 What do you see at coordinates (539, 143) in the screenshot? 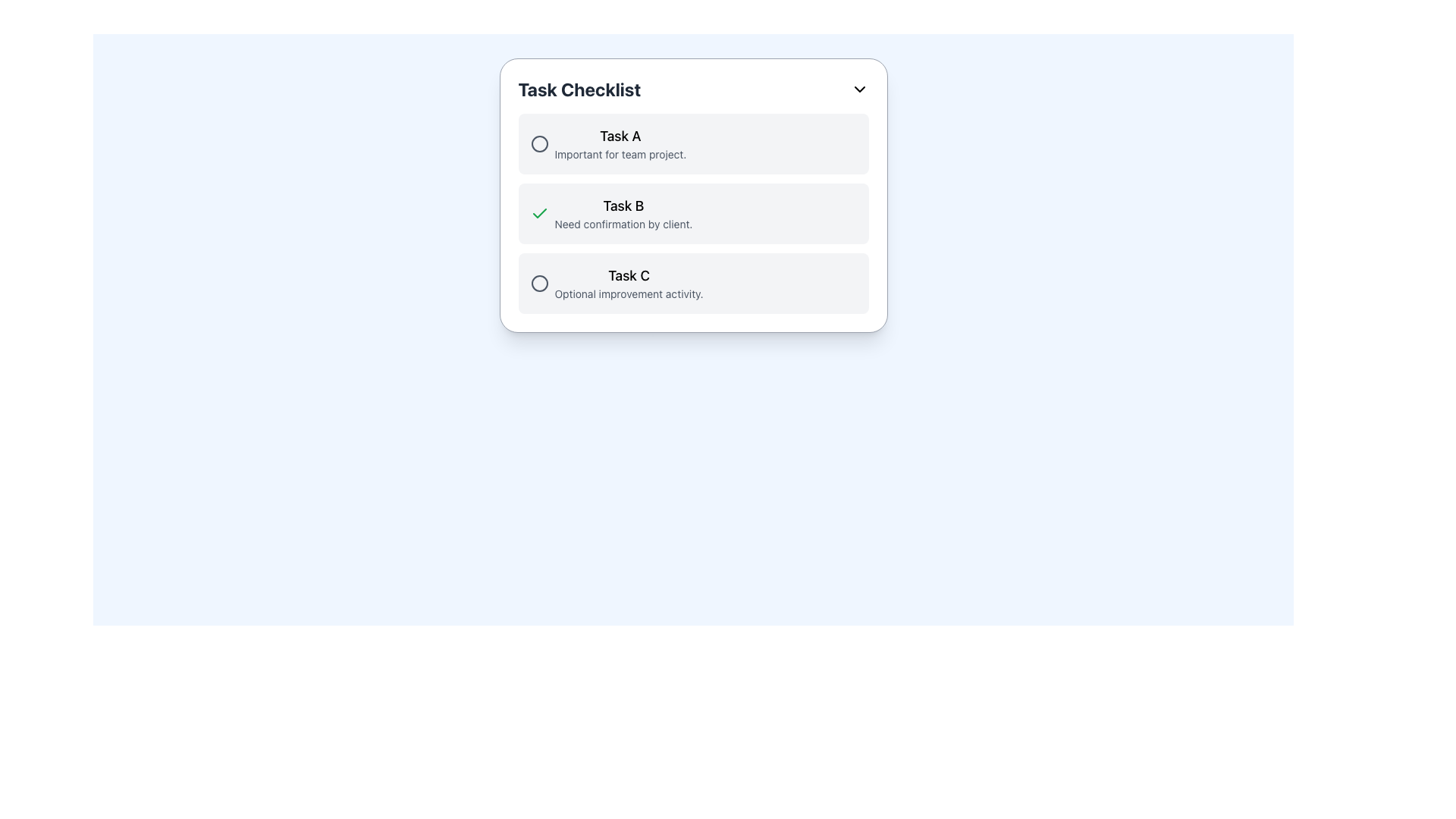
I see `the circular icon representing the incomplete status of 'Task A' in the checklist component` at bounding box center [539, 143].